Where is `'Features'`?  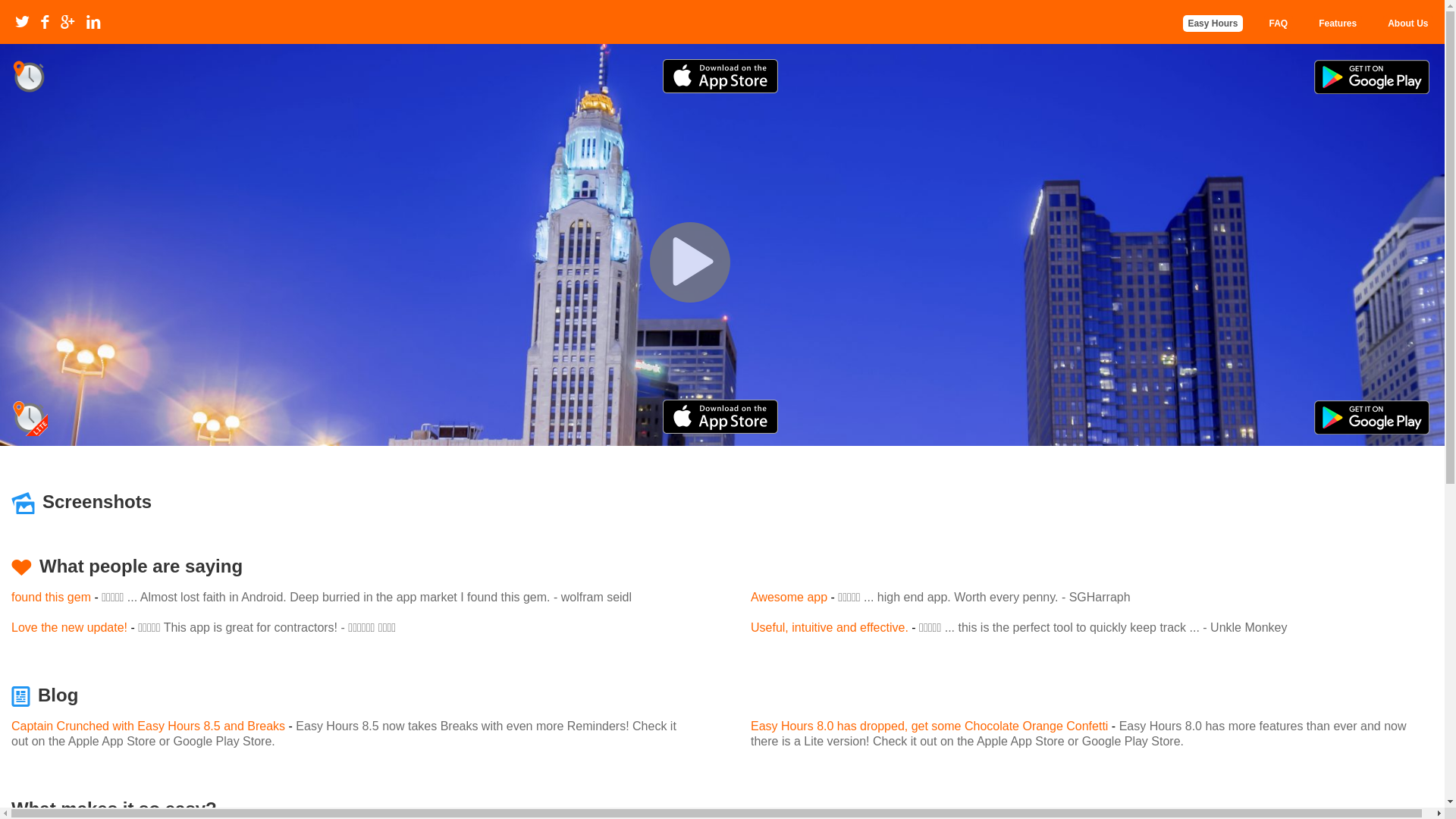 'Features' is located at coordinates (1337, 23).